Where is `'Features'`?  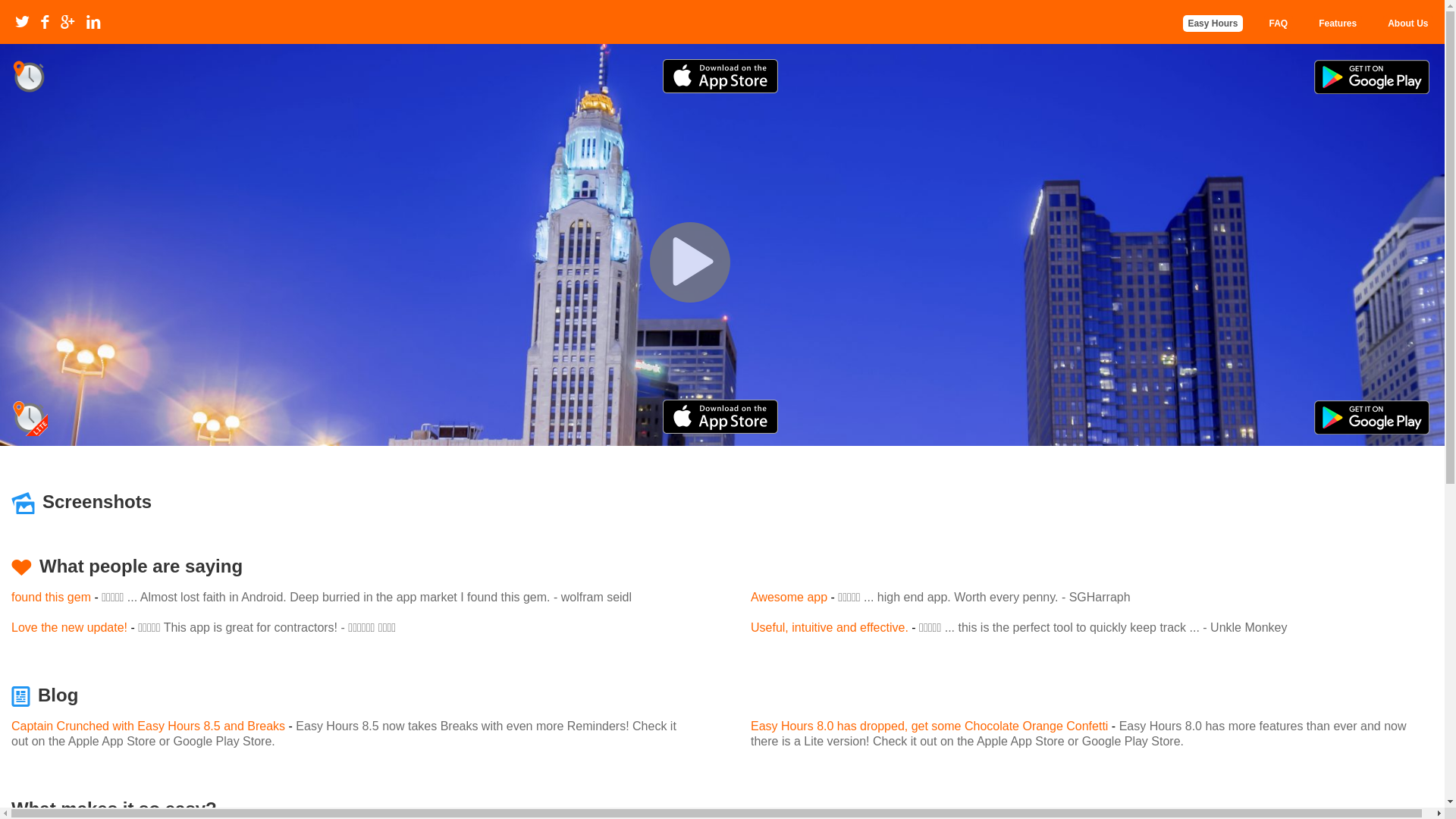 'Features' is located at coordinates (1337, 23).